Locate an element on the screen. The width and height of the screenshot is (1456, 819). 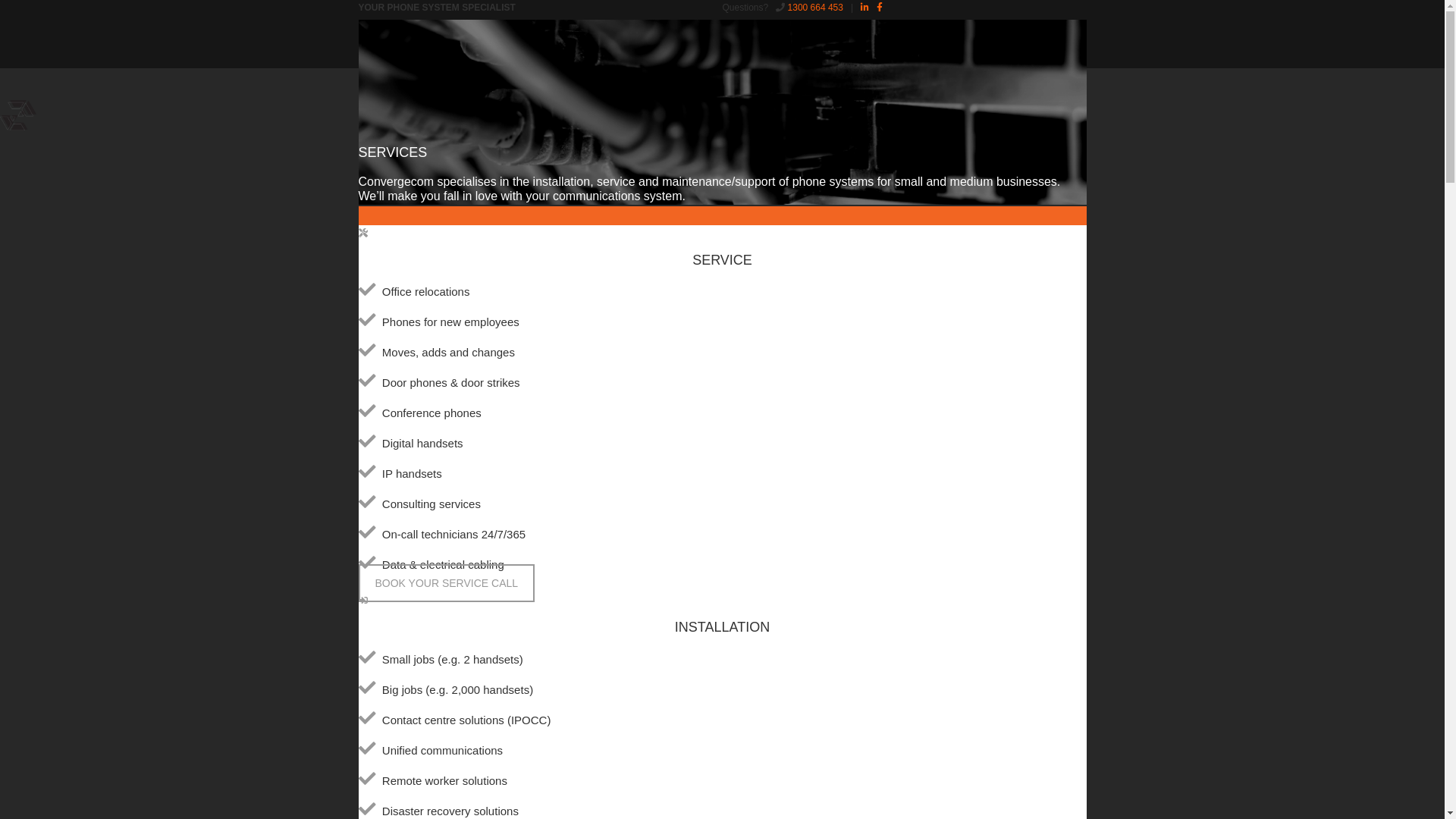
'Click here for is located at coordinates (811, 67).